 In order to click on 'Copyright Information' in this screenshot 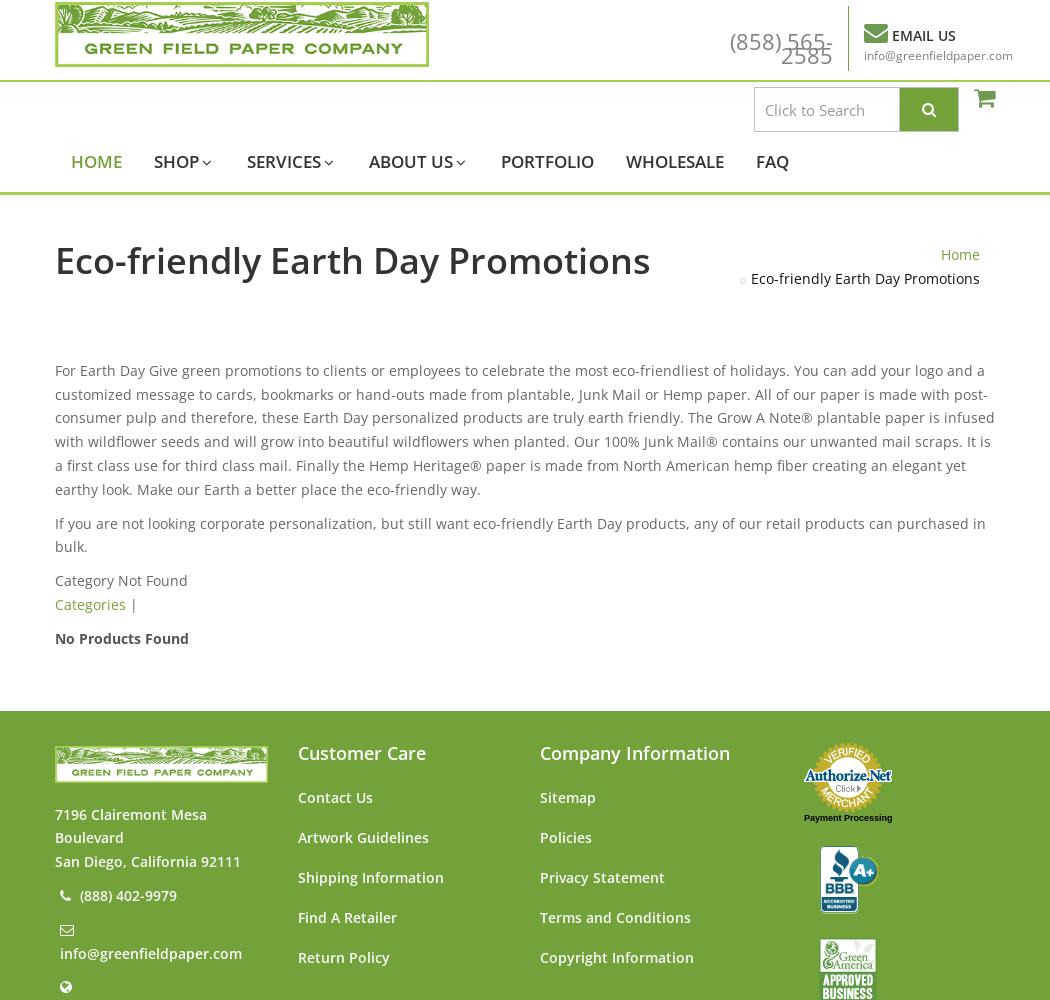, I will do `click(616, 955)`.